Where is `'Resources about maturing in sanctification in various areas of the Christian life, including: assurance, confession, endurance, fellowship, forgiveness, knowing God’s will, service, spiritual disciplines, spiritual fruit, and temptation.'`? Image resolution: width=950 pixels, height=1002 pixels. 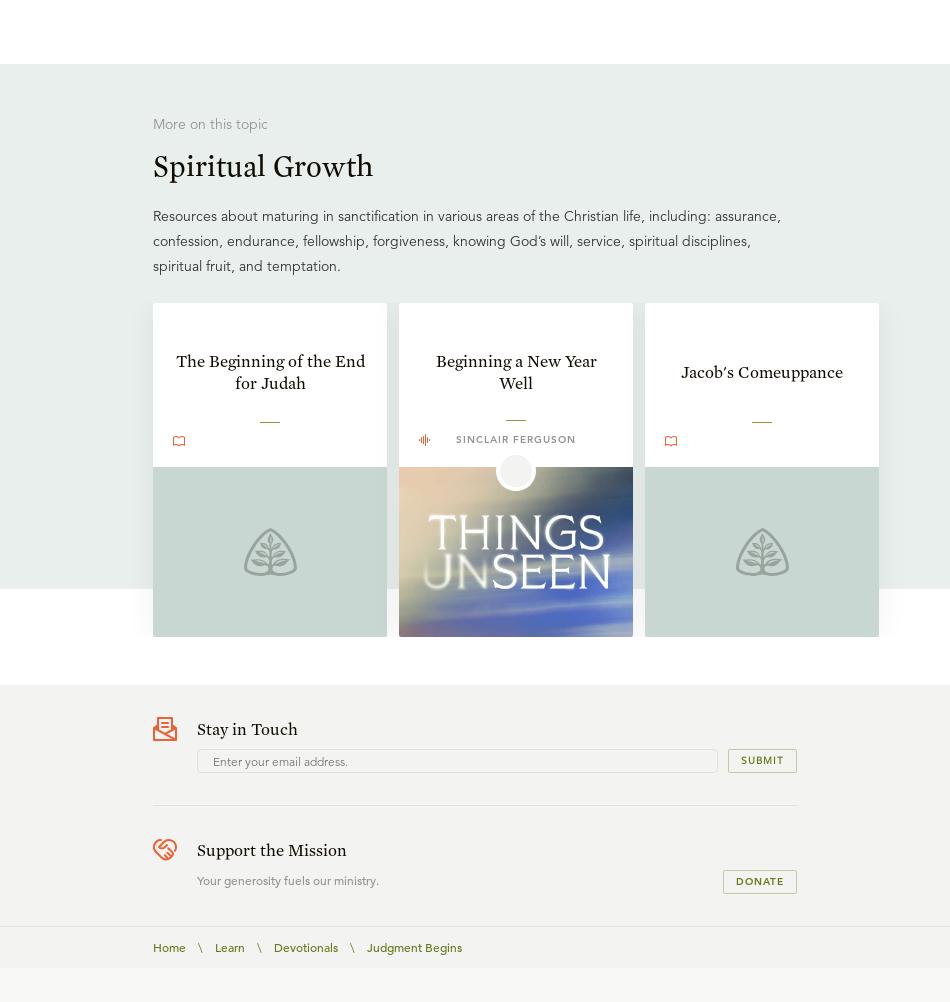
'Resources about maturing in sanctification in various areas of the Christian life, including: assurance, confession, endurance, fellowship, forgiveness, knowing God’s will, service, spiritual disciplines, spiritual fruit, and temptation.' is located at coordinates (466, 239).